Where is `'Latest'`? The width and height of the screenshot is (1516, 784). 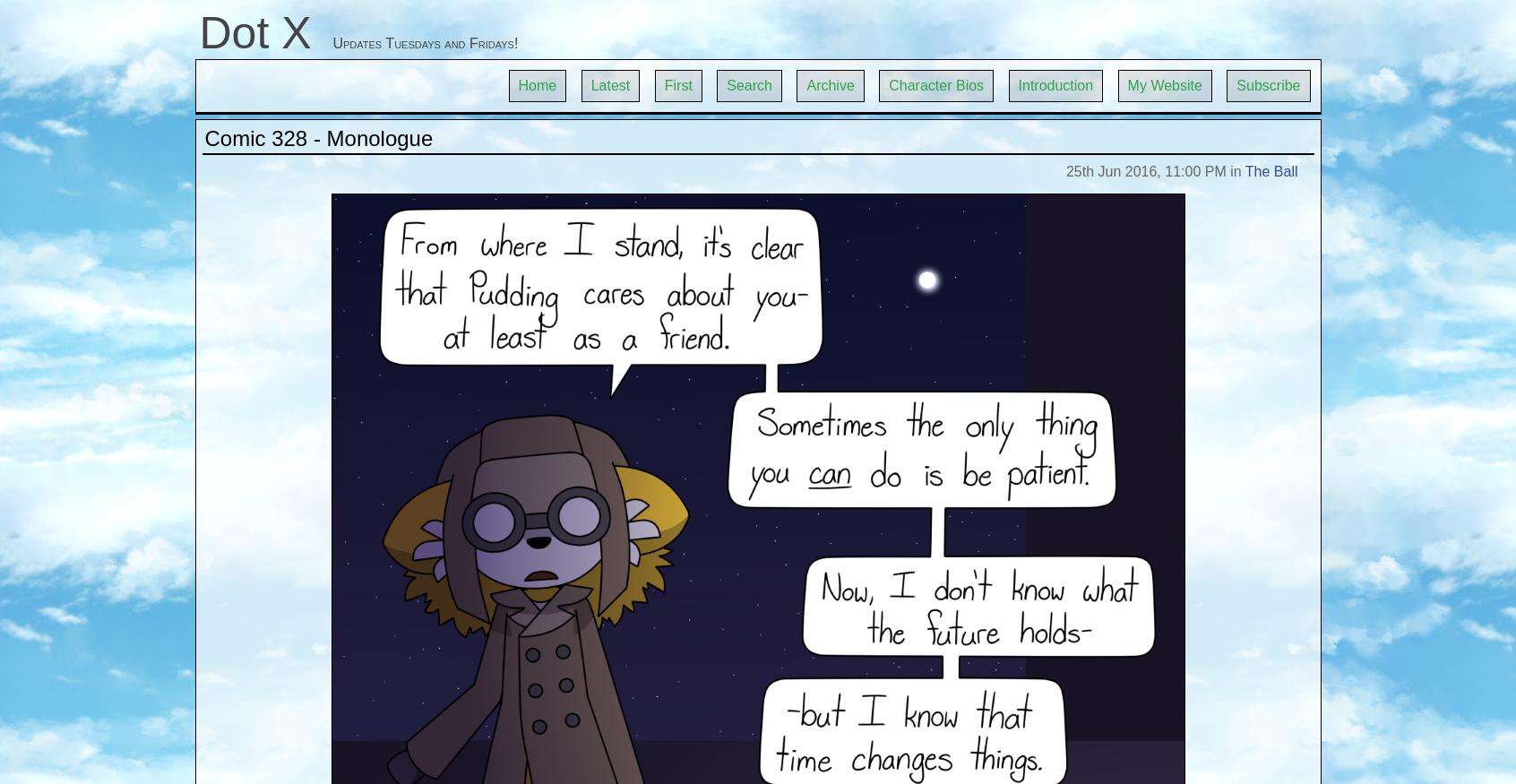 'Latest' is located at coordinates (610, 85).